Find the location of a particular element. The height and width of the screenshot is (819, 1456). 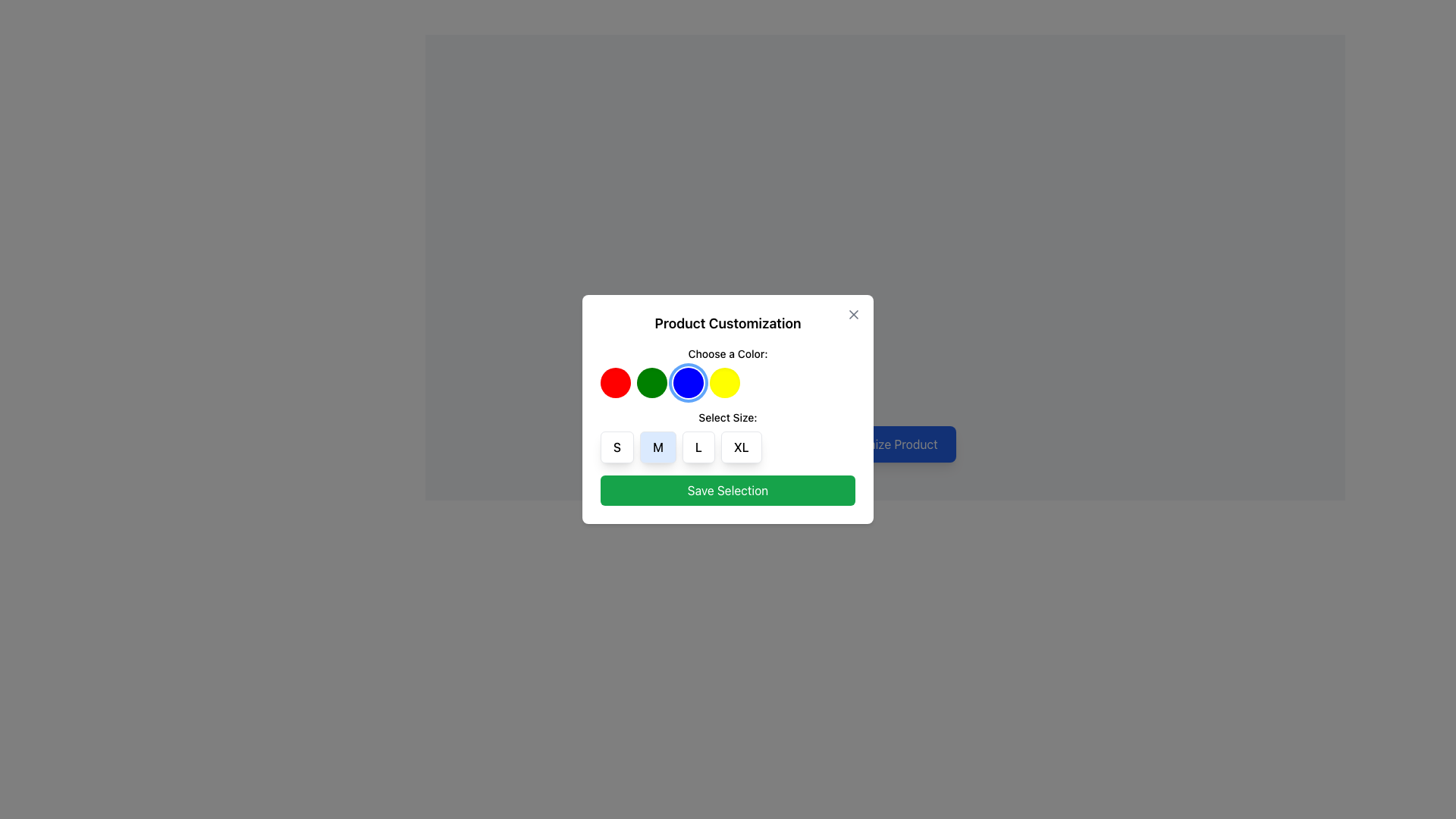

the 'Save Selection' button, which is a rectangular button with a green background and white text, located at the bottom of the modal window is located at coordinates (728, 491).